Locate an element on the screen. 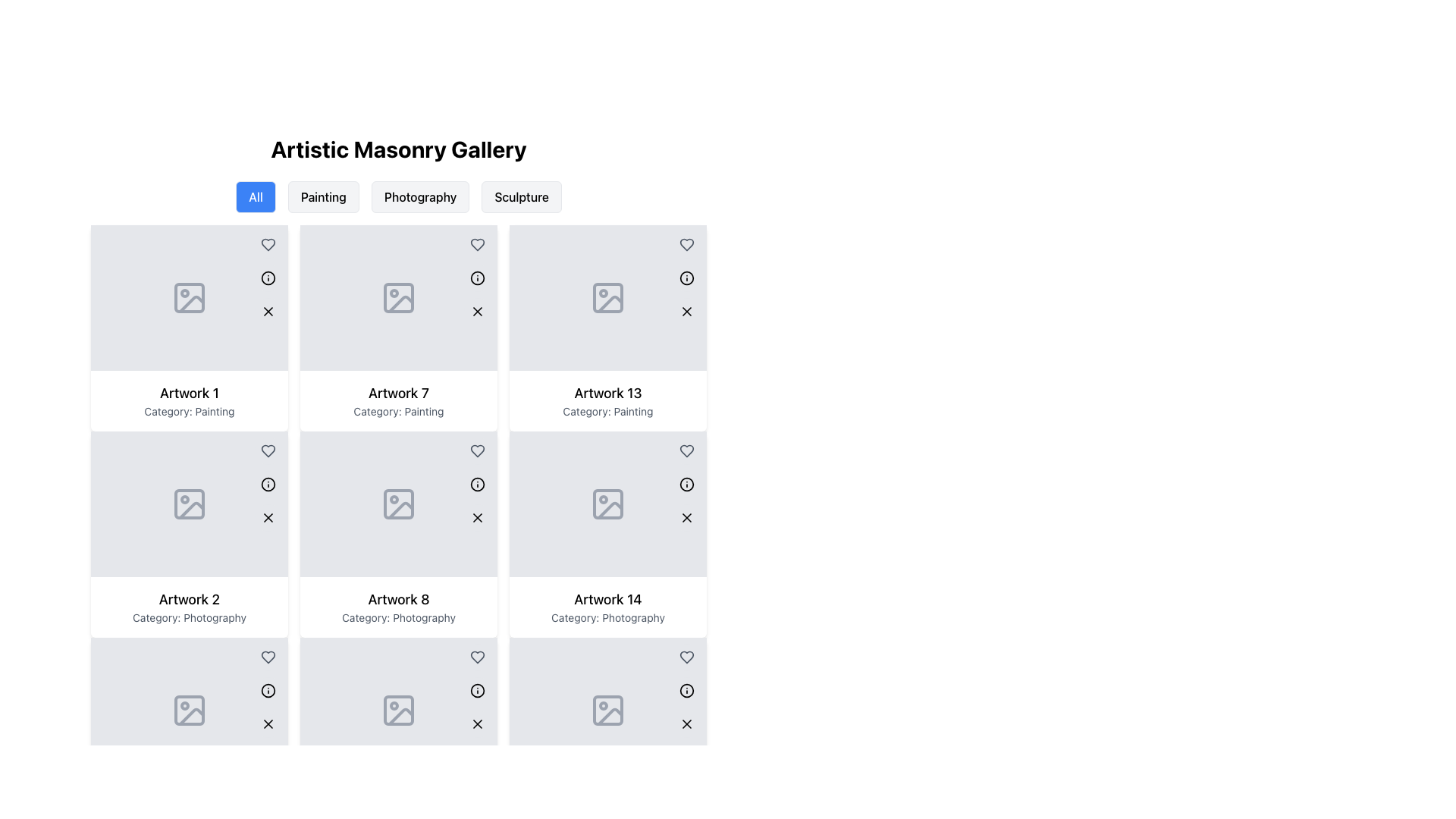  the circular icon button with an 'i' symbol located at the bottom right corner of the 'Artwork 8' card is located at coordinates (476, 690).